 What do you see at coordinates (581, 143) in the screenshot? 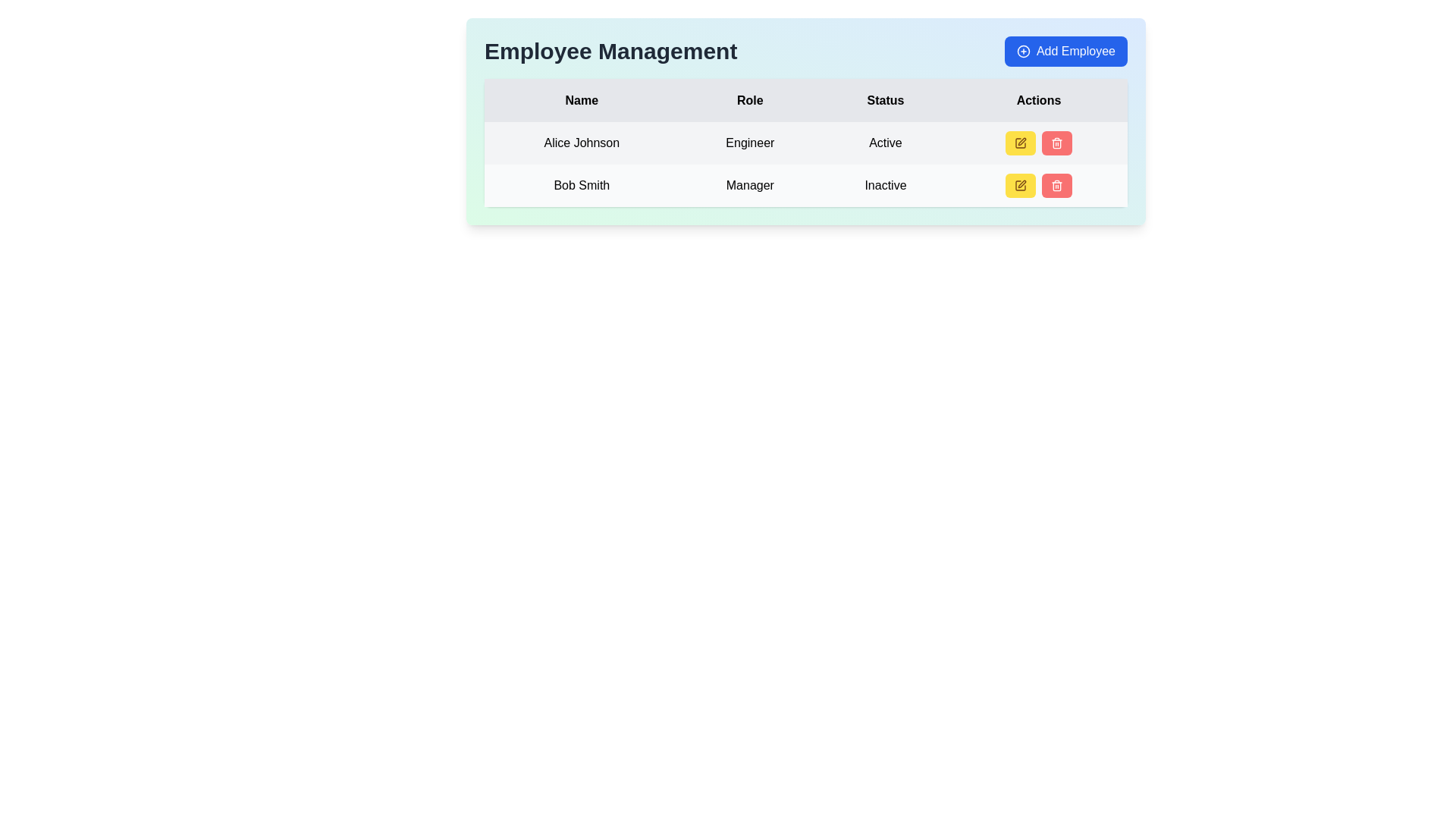
I see `the text label displaying 'Alice Johnson' in the first row under the 'Name' column of the employee management table` at bounding box center [581, 143].